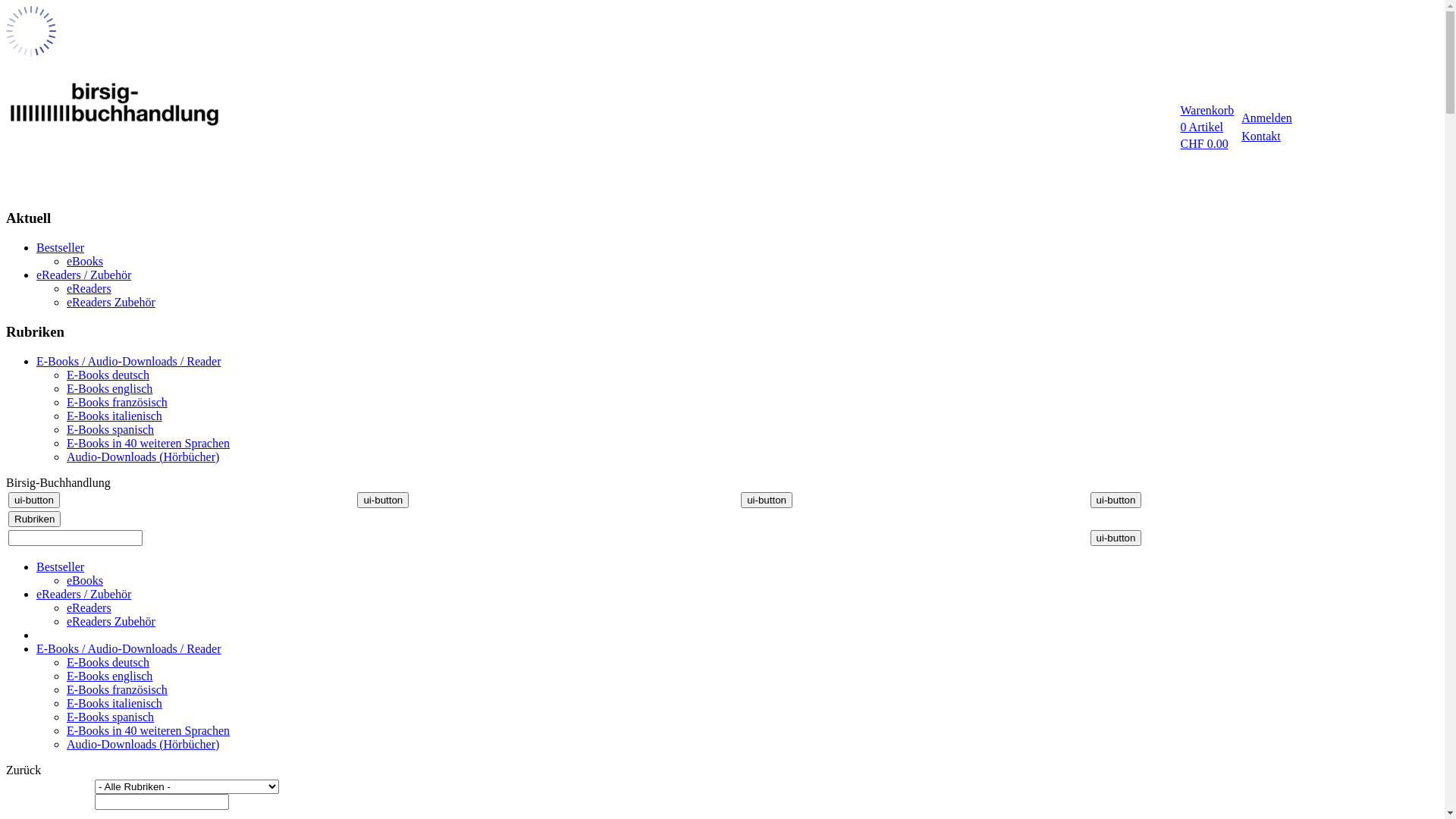  I want to click on 'E-Books in 40 weiteren Sprachen', so click(148, 443).